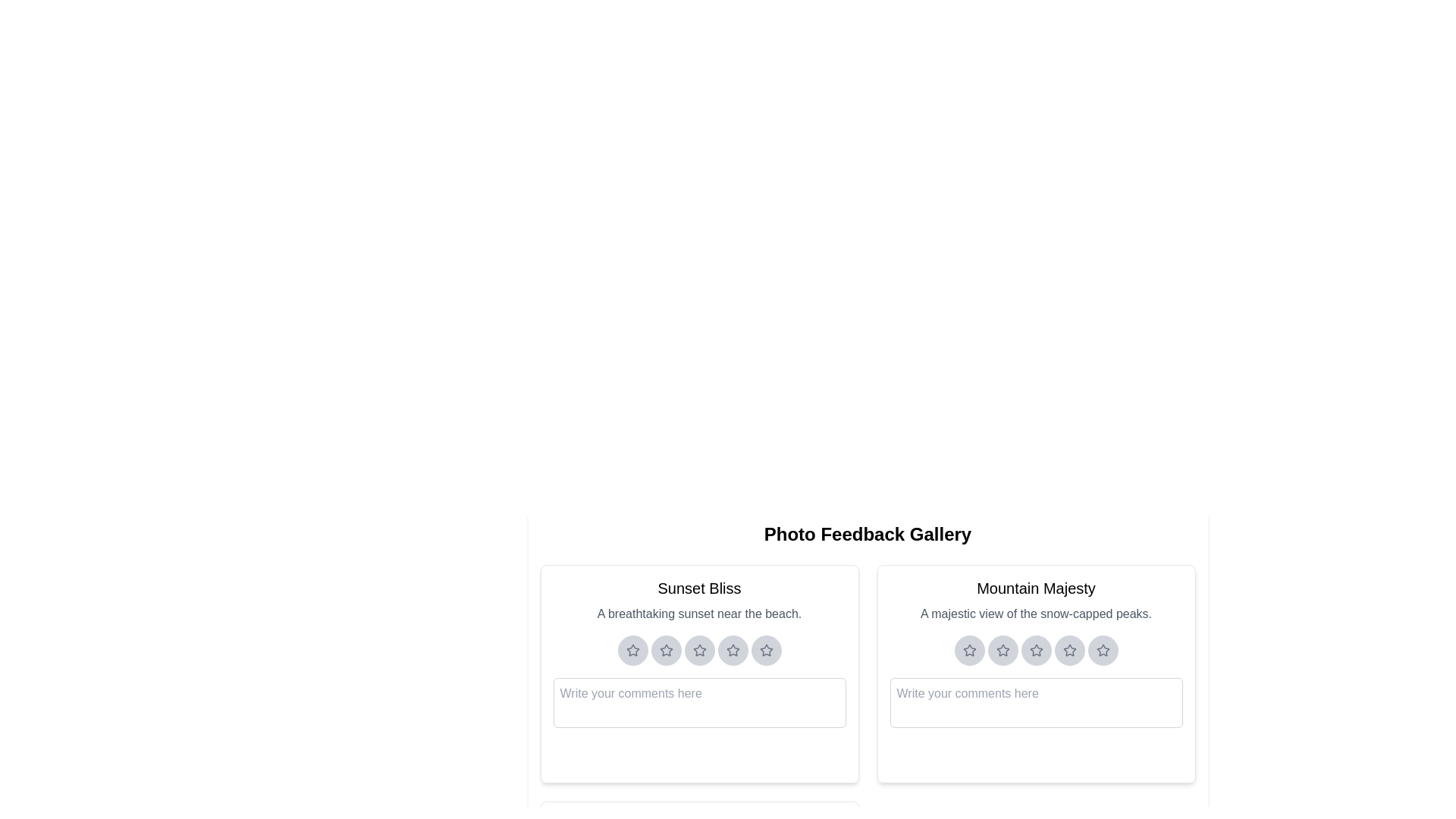 The width and height of the screenshot is (1456, 819). What do you see at coordinates (698, 614) in the screenshot?
I see `the text block that is positioned below the title 'Sunset Bliss' and above a row of star icons for ratings` at bounding box center [698, 614].